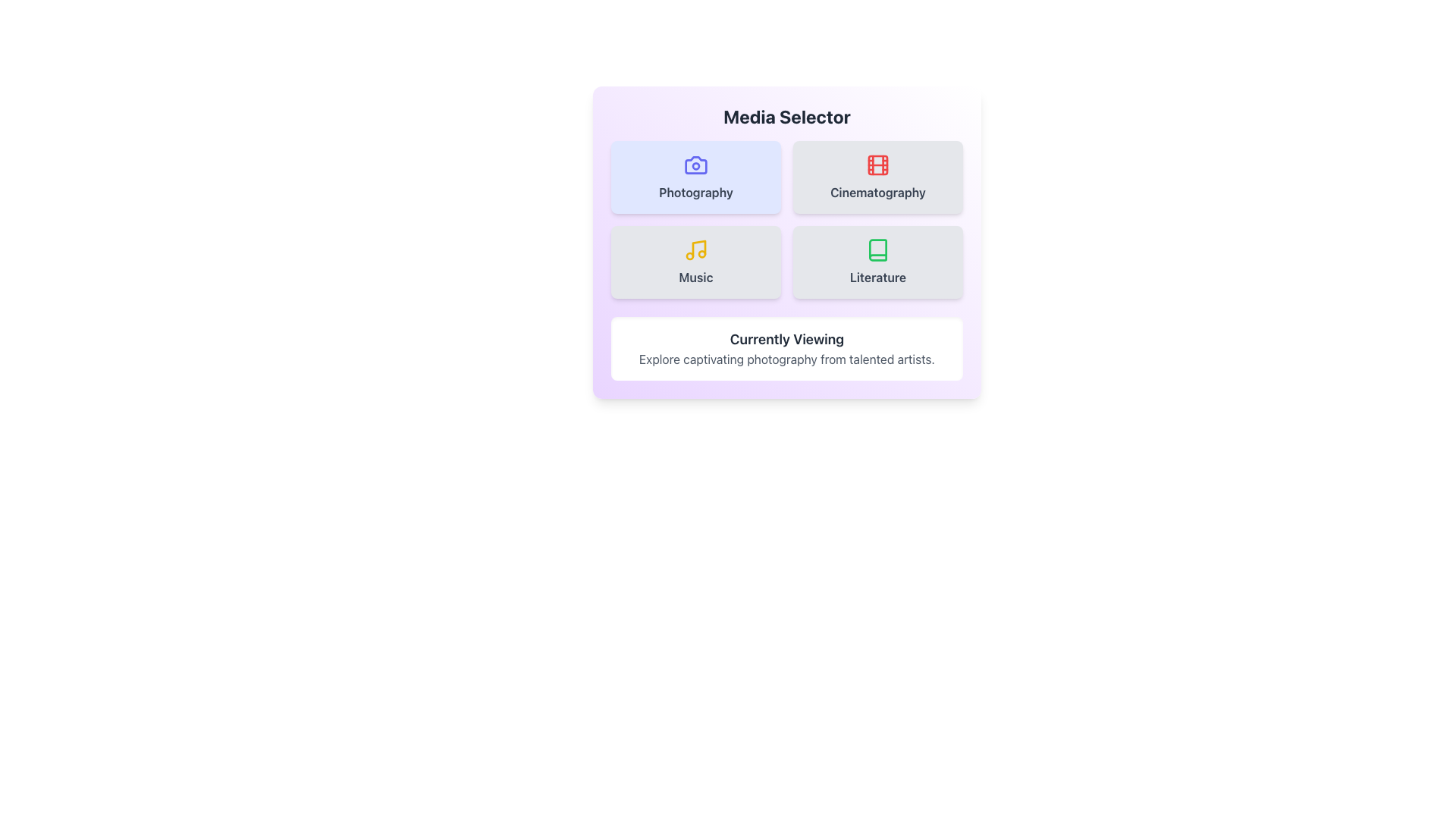 This screenshot has width=1456, height=819. Describe the element at coordinates (695, 249) in the screenshot. I see `the 'Music' icon located in the lower-left quadrant of the 'Media Selector' interface` at that location.